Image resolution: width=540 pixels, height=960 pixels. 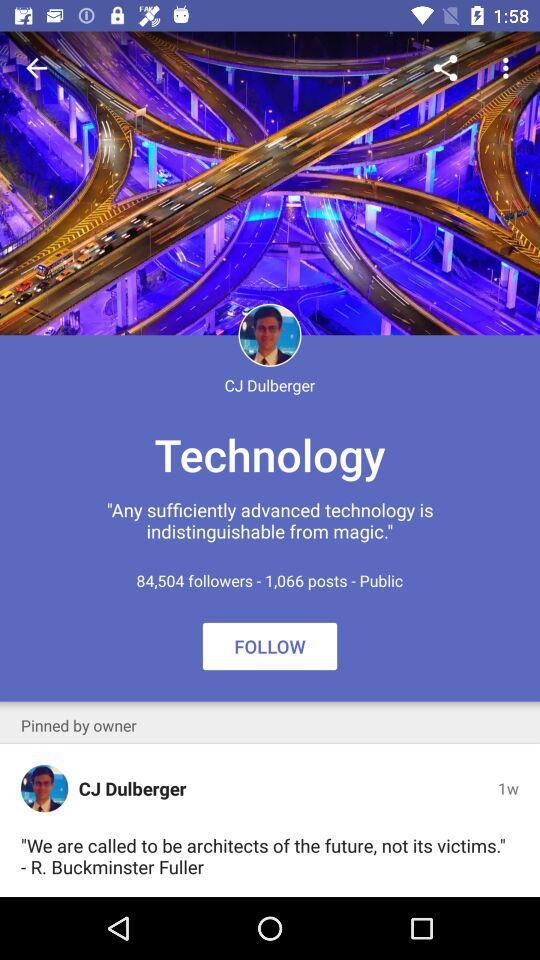 What do you see at coordinates (445, 68) in the screenshot?
I see `share icon` at bounding box center [445, 68].